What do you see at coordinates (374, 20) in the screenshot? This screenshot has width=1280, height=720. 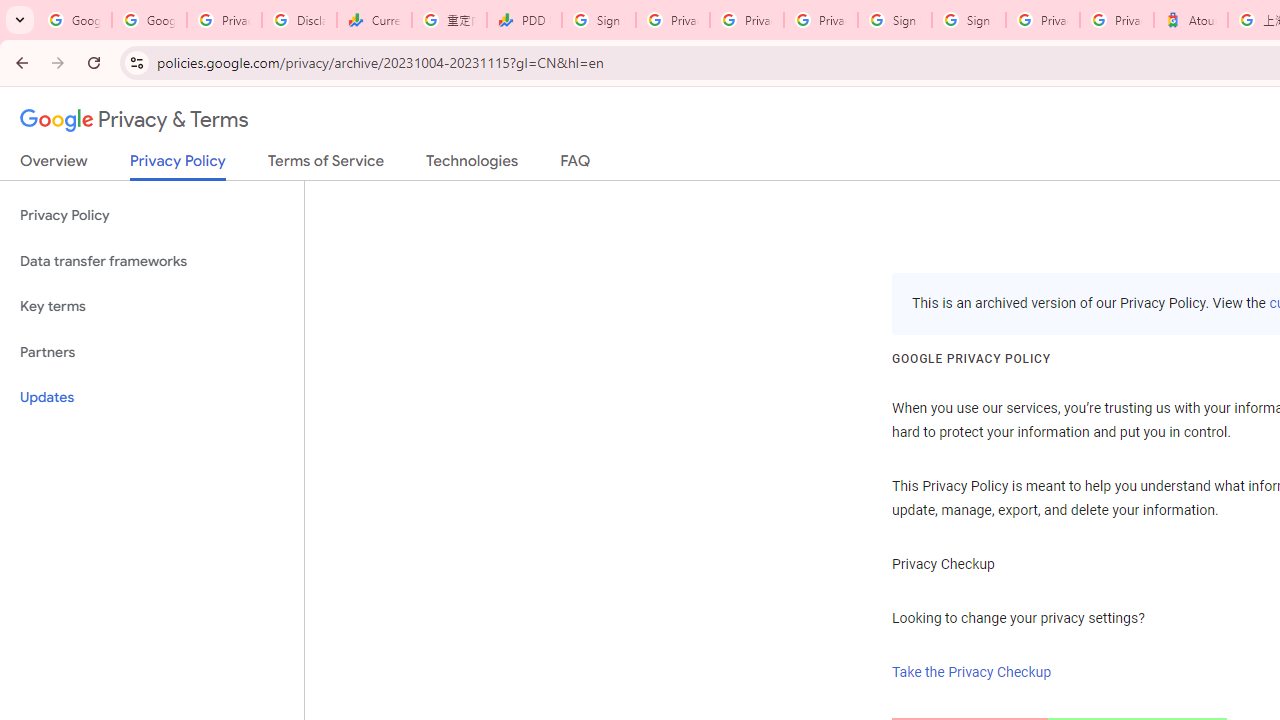 I see `'Currencies - Google Finance'` at bounding box center [374, 20].